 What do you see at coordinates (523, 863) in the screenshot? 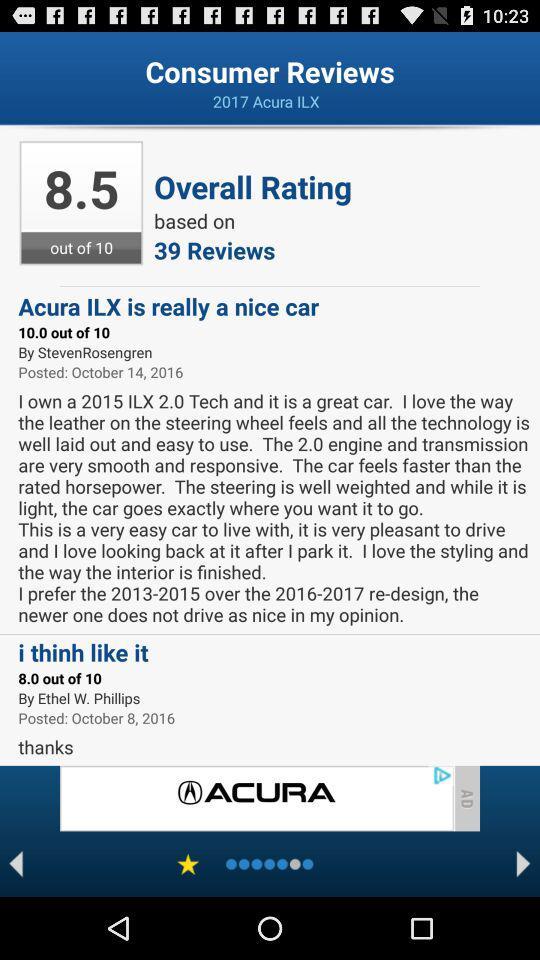
I see `next` at bounding box center [523, 863].